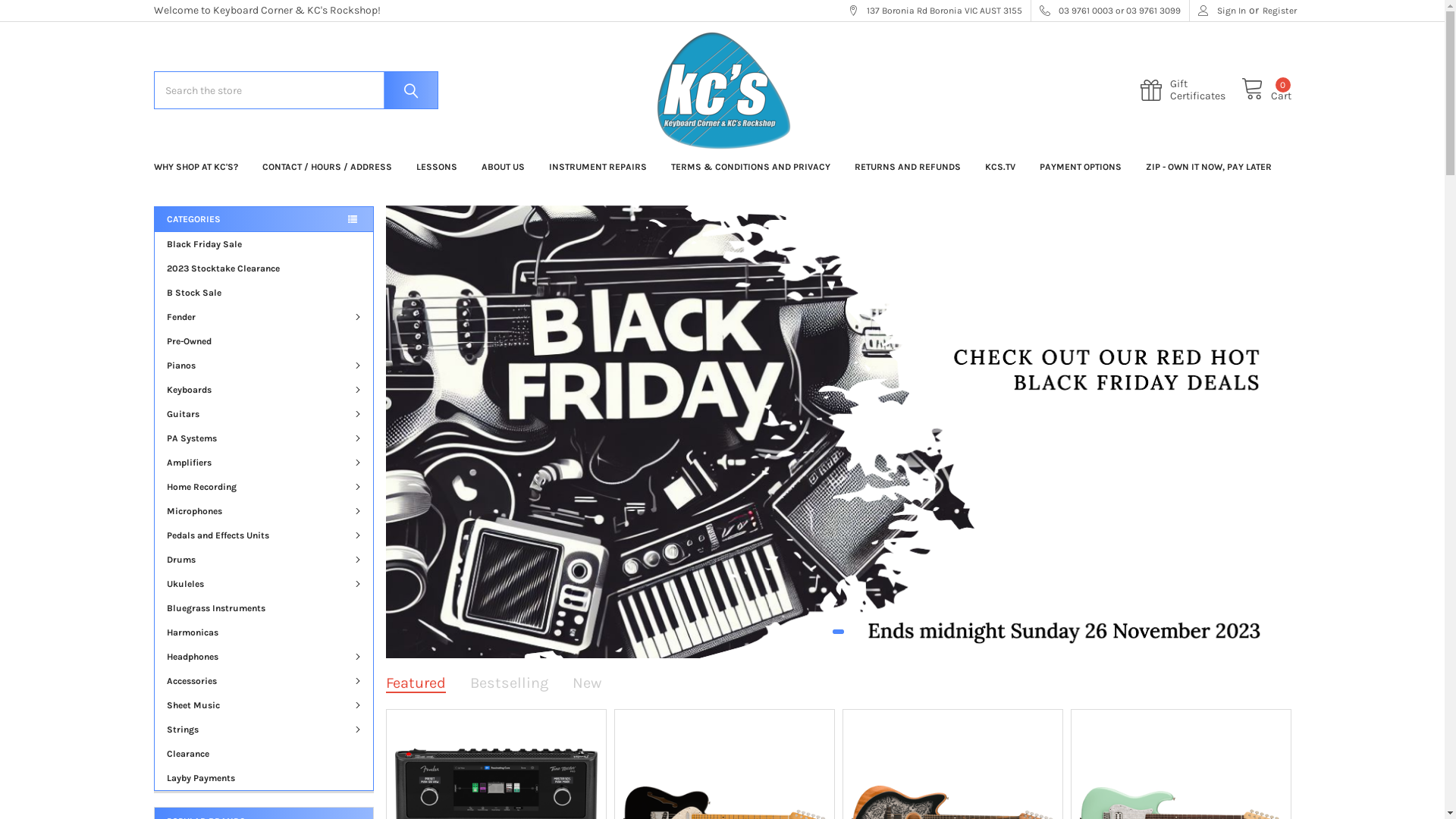 Image resolution: width=1456 pixels, height=819 pixels. What do you see at coordinates (435, 166) in the screenshot?
I see `'LESSONS'` at bounding box center [435, 166].